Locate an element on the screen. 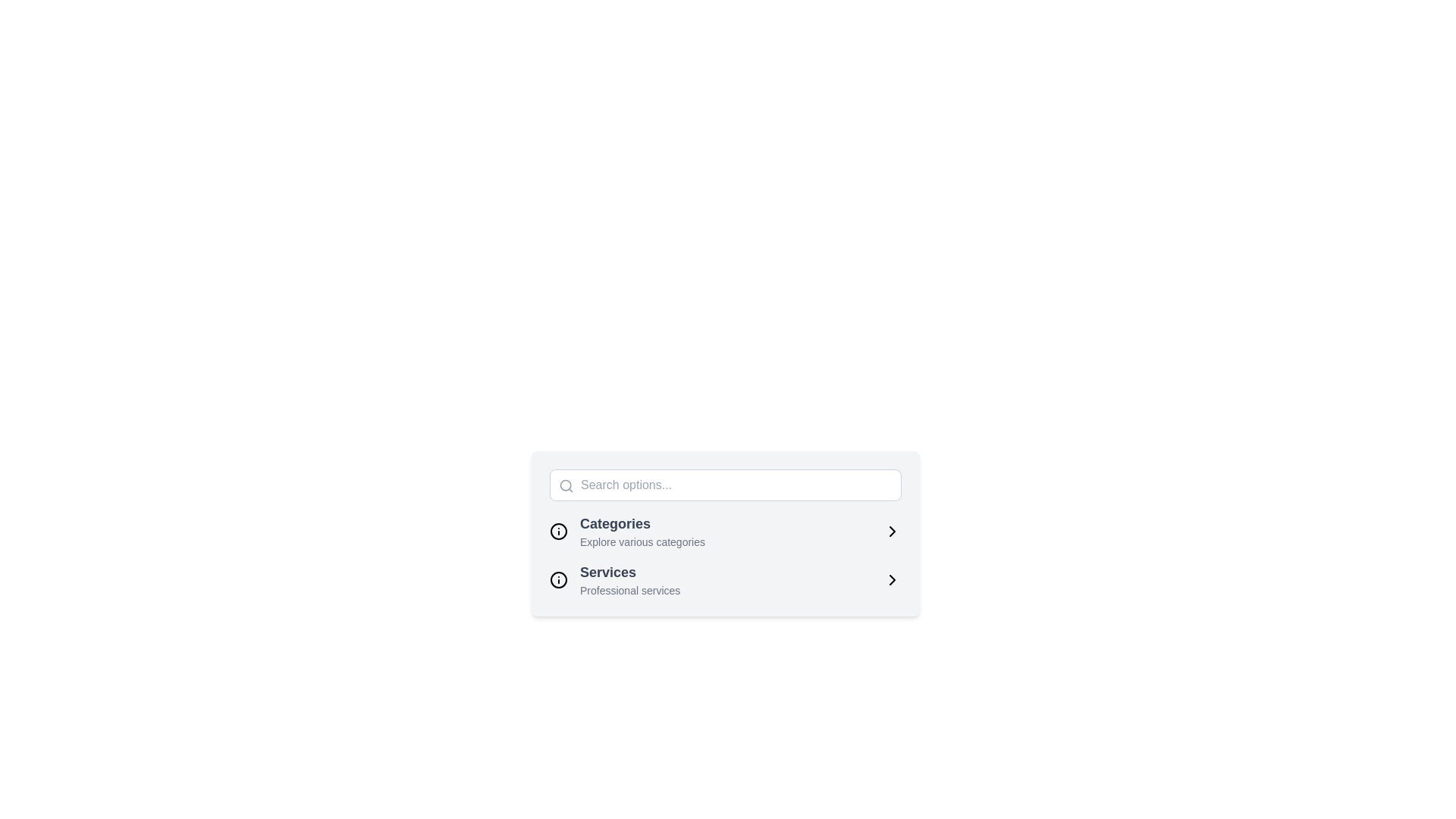 This screenshot has width=1456, height=819. the icon representing the 'Services' category, which is located to the left of the texts 'Services' and 'Professional services' is located at coordinates (558, 579).